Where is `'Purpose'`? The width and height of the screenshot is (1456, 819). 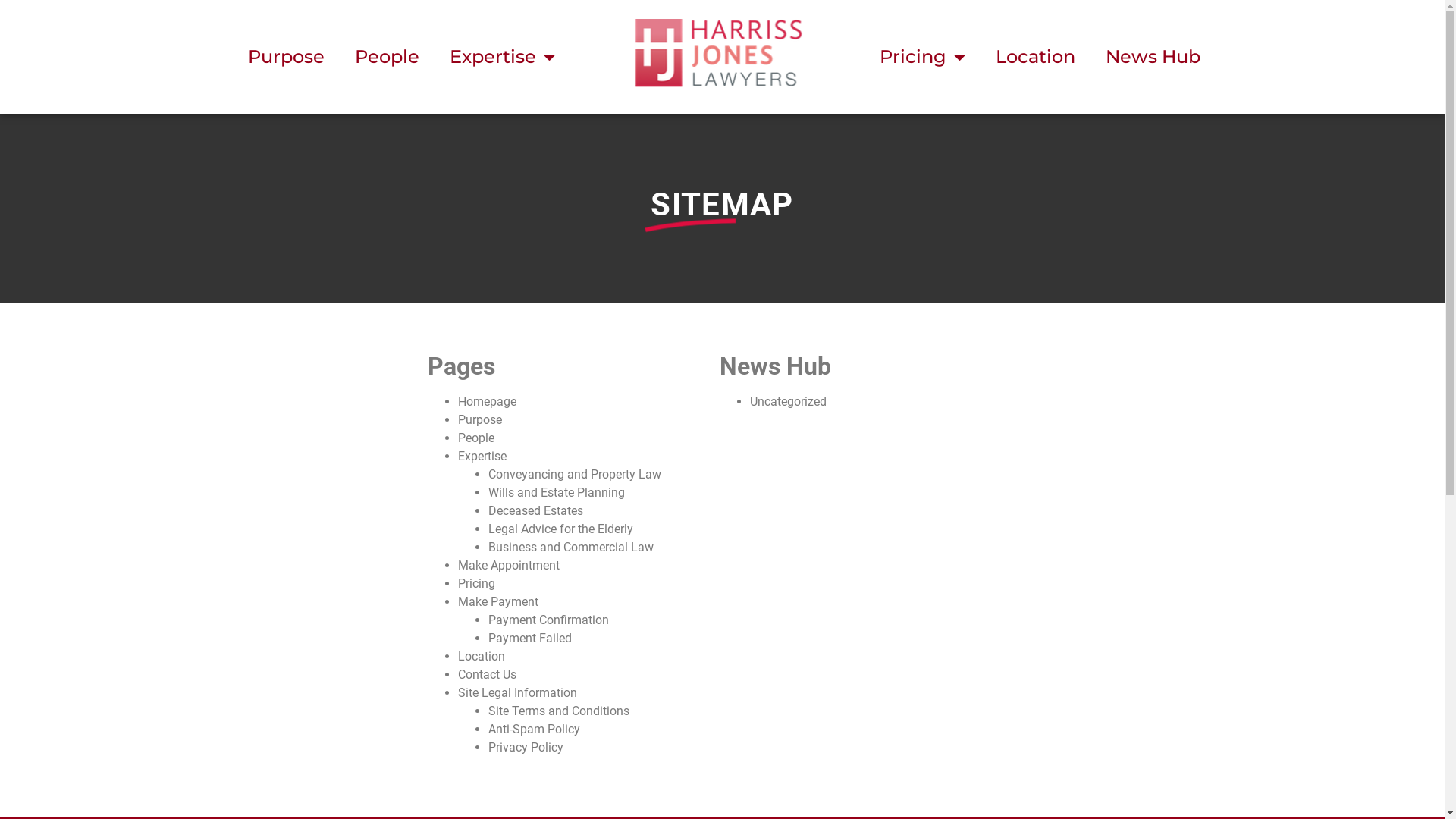
'Purpose' is located at coordinates (232, 55).